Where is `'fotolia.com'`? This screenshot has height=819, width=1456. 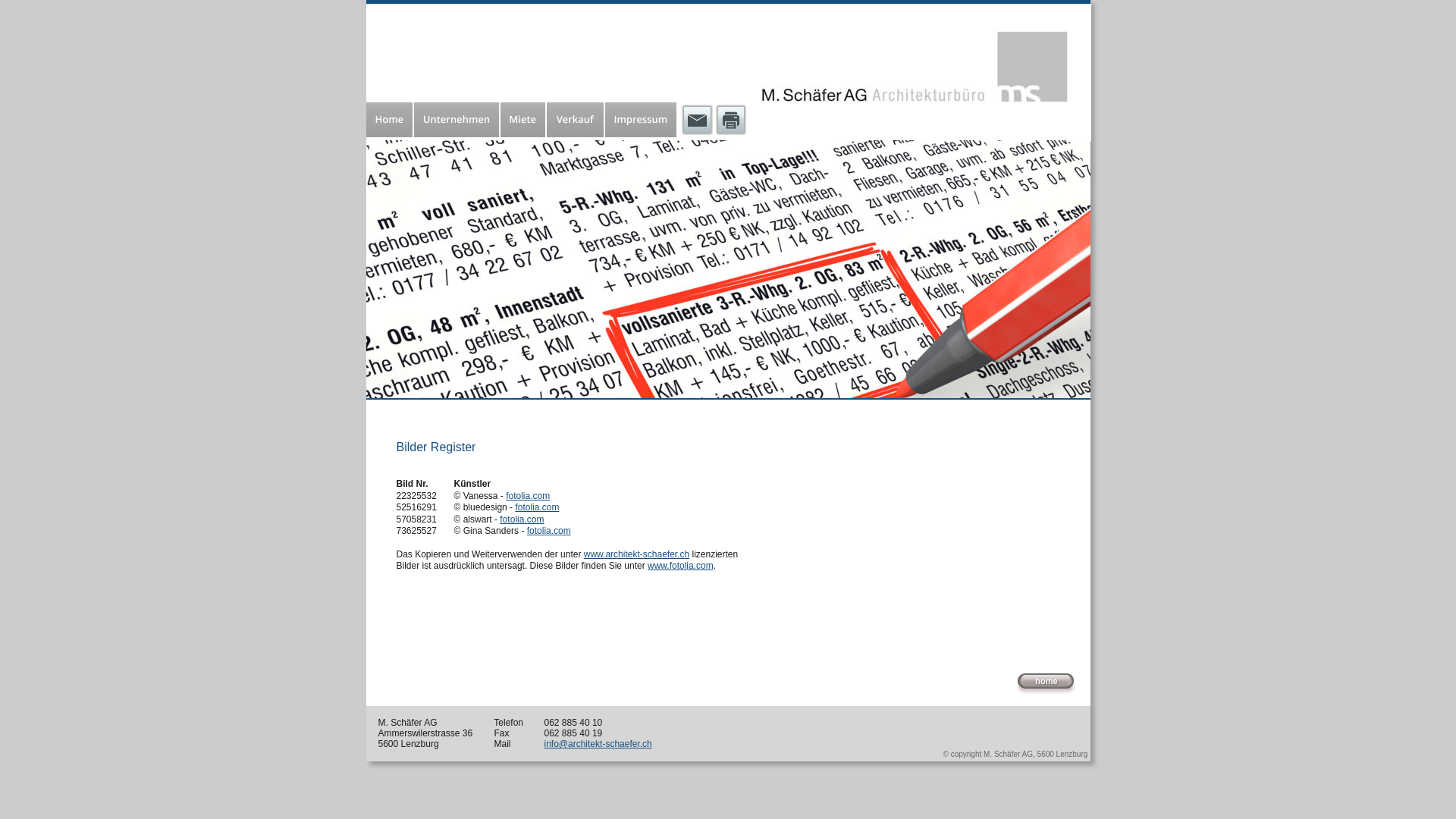
'fotolia.com' is located at coordinates (537, 507).